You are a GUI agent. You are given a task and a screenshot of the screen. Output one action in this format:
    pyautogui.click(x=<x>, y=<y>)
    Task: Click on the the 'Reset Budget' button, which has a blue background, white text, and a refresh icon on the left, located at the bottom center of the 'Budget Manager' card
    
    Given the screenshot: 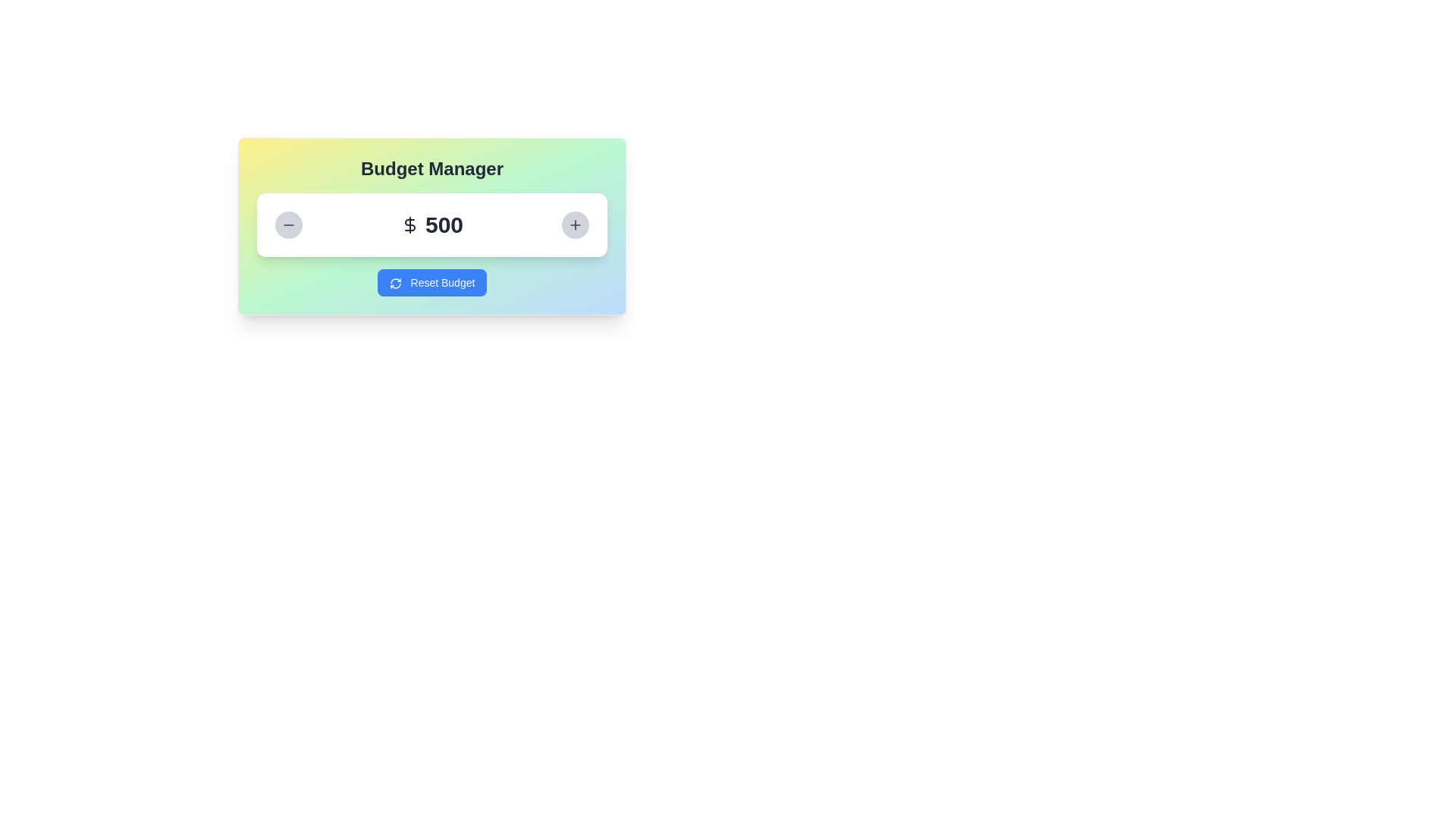 What is the action you would take?
    pyautogui.click(x=431, y=283)
    